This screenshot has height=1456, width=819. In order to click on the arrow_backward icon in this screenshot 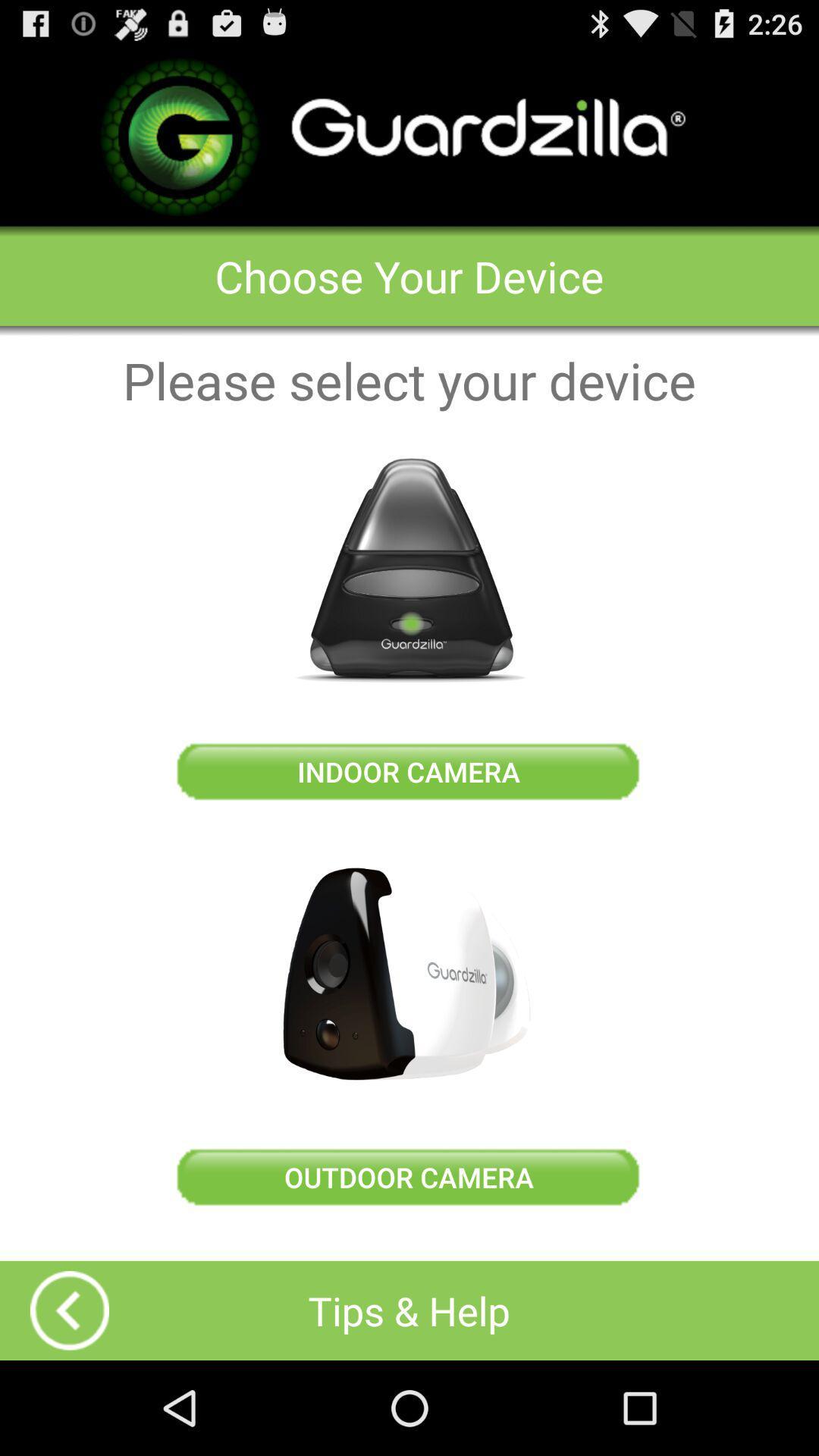, I will do `click(70, 1401)`.